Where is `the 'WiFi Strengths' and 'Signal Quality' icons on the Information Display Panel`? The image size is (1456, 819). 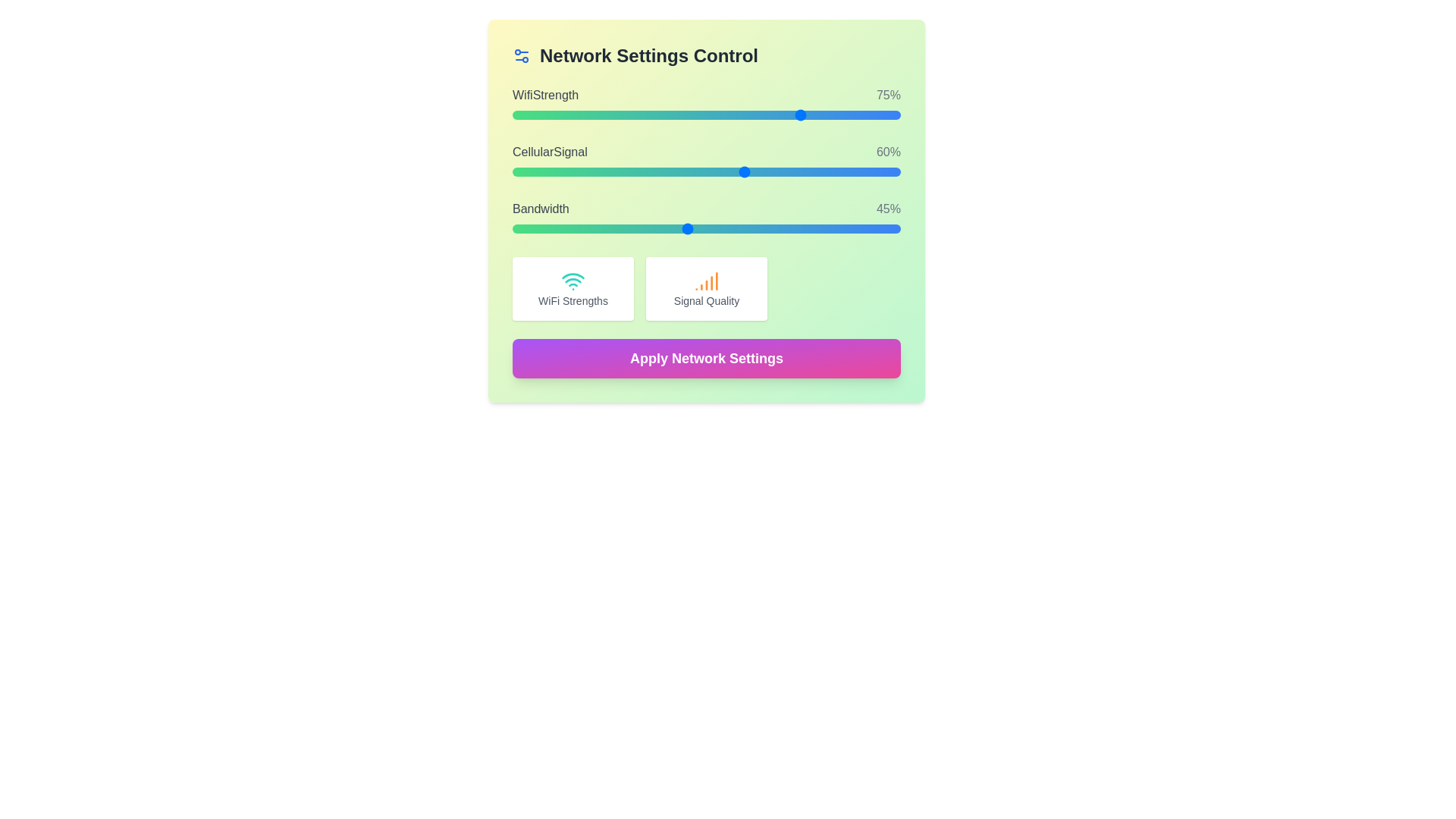 the 'WiFi Strengths' and 'Signal Quality' icons on the Information Display Panel is located at coordinates (705, 289).